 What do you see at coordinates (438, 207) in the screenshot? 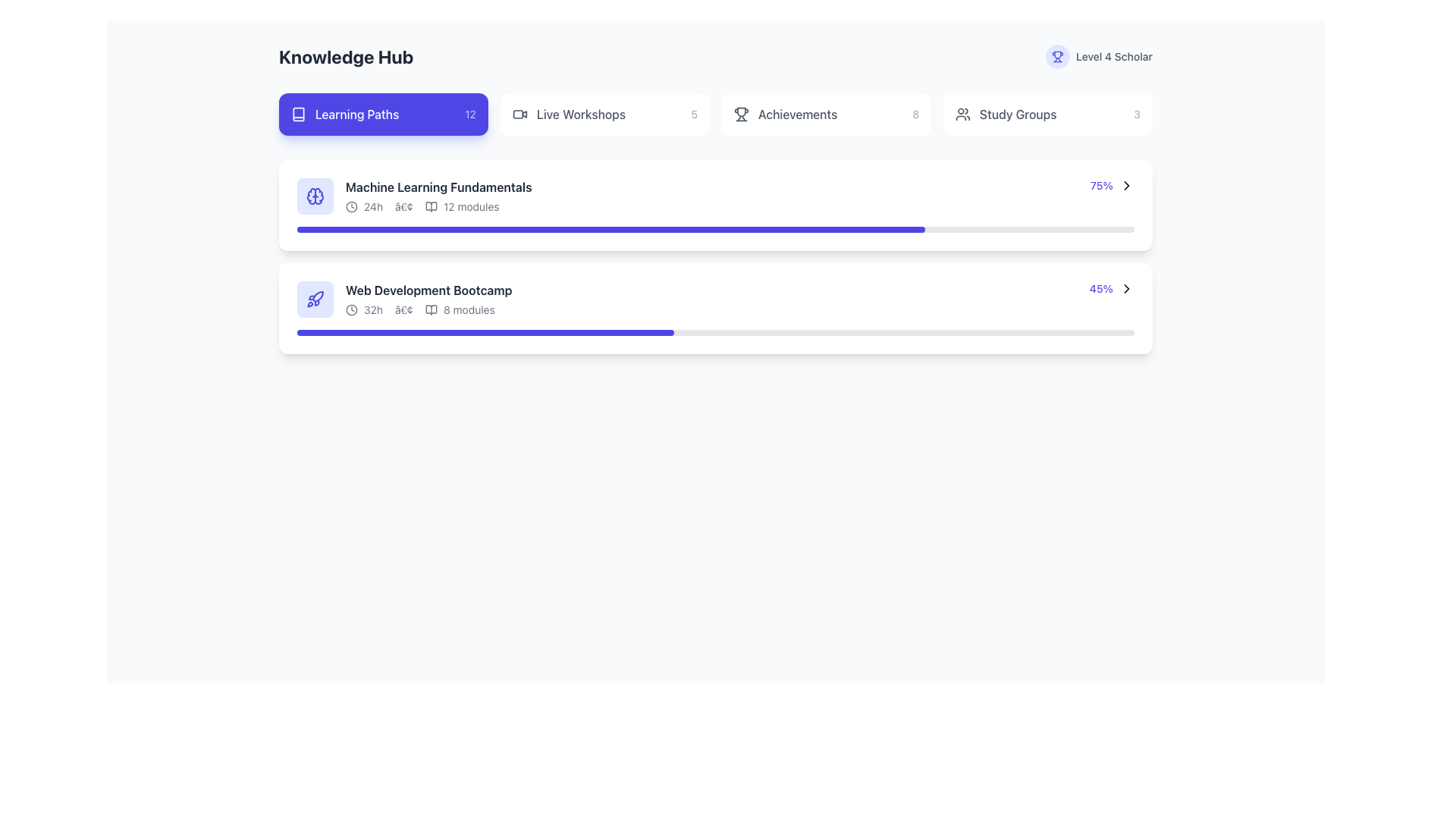
I see `summarized information about the duration and module count of the 'Machine Learning Fundamentals' course, located in the course summary section within the 'Learning Paths' tab` at bounding box center [438, 207].